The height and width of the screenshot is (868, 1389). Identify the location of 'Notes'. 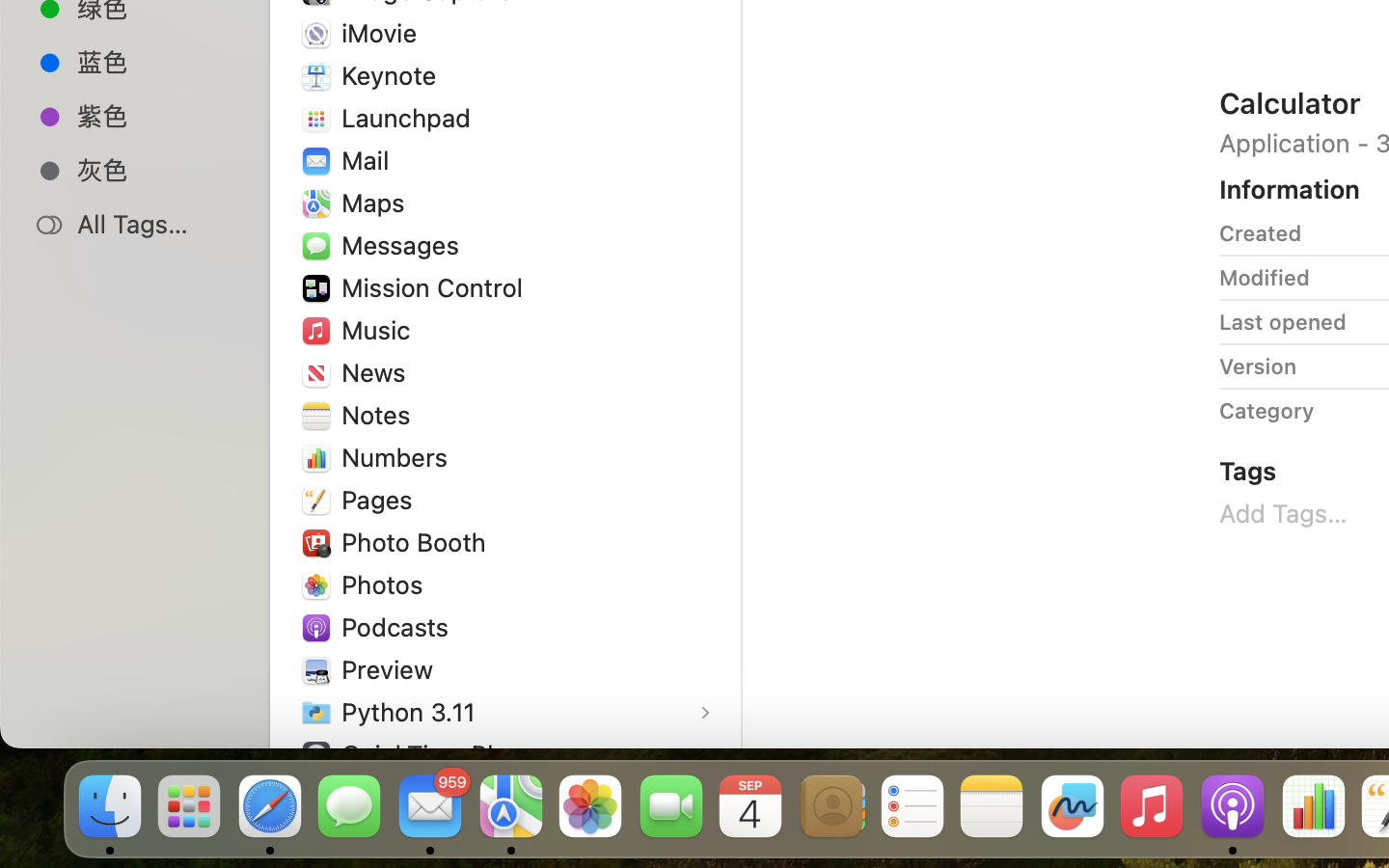
(378, 415).